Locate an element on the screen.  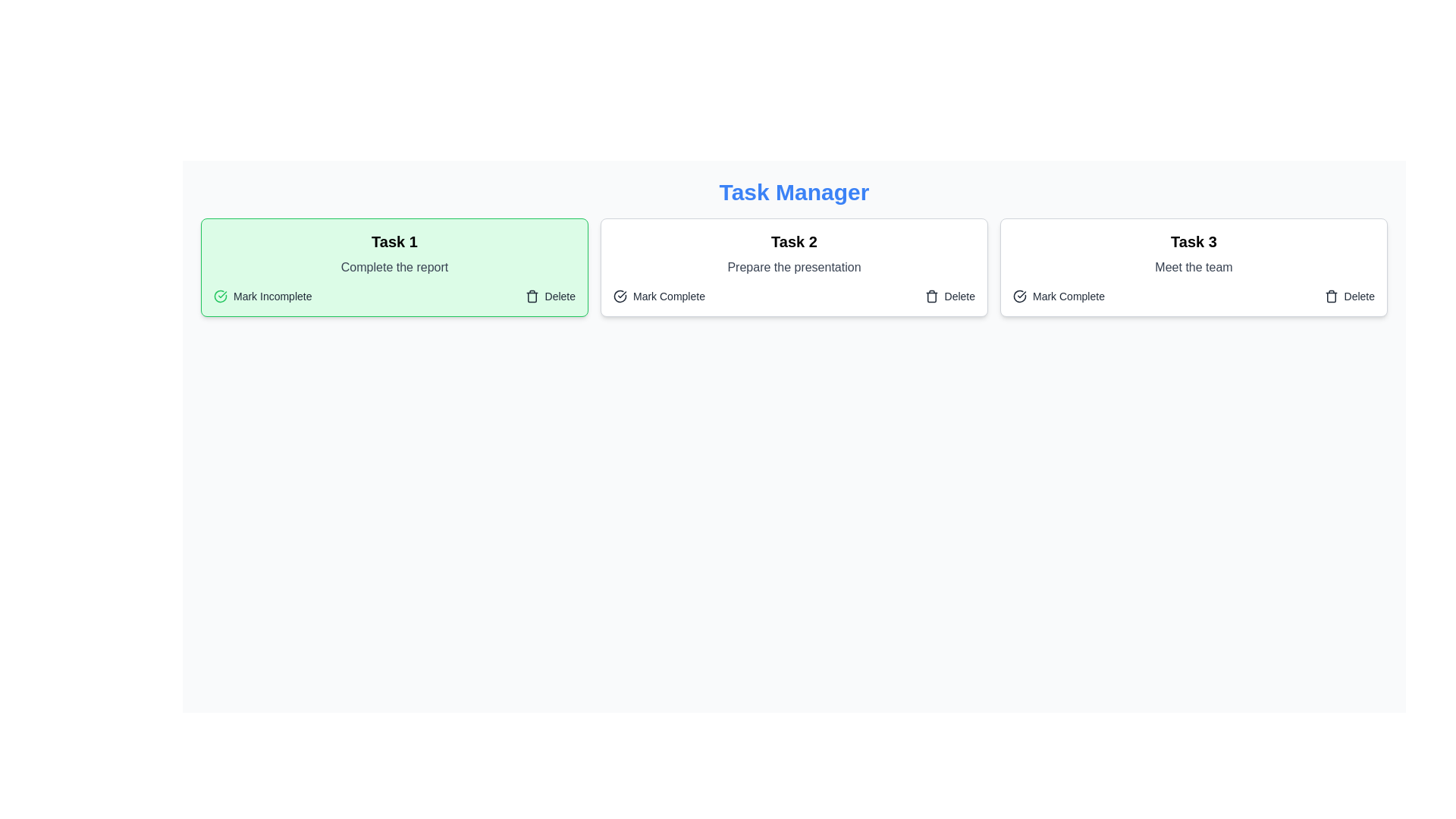
the 'Mark Complete' button with the circular checkmark icon is located at coordinates (659, 296).